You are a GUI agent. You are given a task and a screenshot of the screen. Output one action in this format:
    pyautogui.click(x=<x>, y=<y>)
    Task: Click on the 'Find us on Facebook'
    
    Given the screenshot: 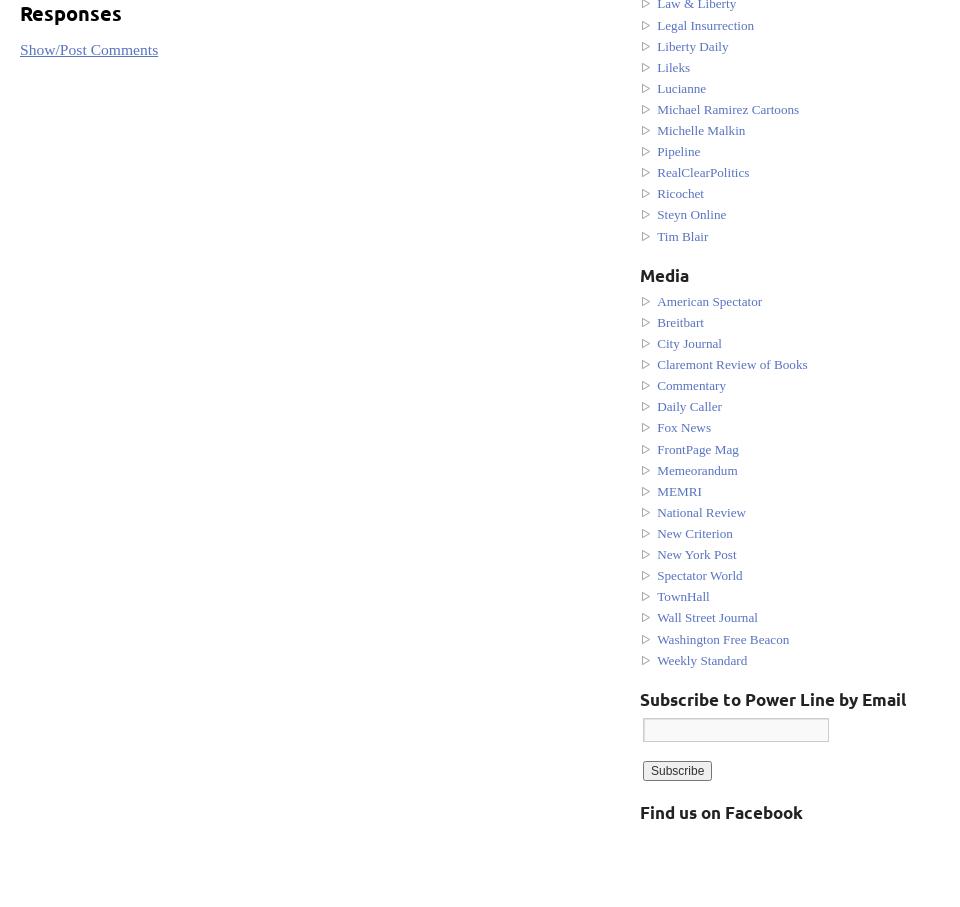 What is the action you would take?
    pyautogui.click(x=720, y=812)
    